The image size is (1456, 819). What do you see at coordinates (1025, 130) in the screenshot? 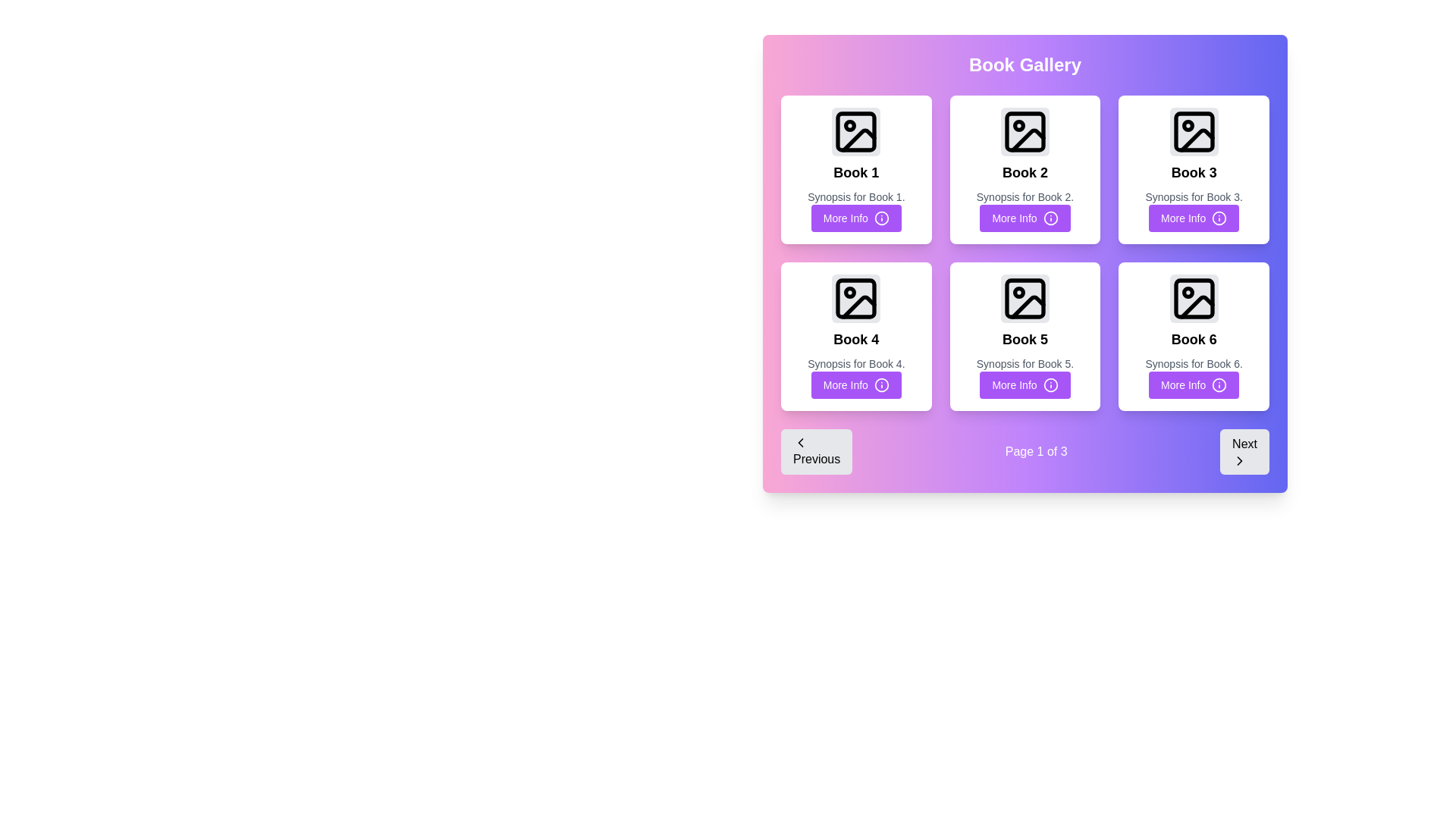
I see `the SVG Image Placeholder icon of a photo frame, which is located in the card for 'Book 2', centered in the top section of the card` at bounding box center [1025, 130].